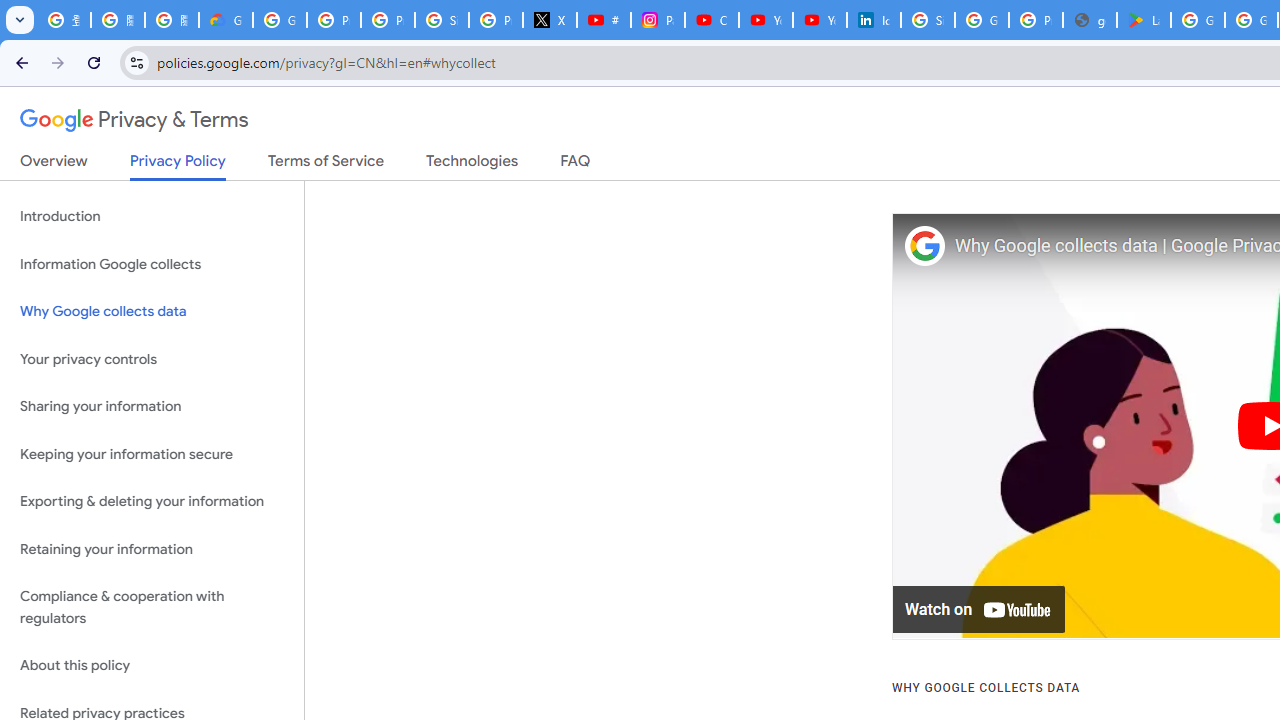 The width and height of the screenshot is (1280, 720). Describe the element at coordinates (471, 164) in the screenshot. I see `'Technologies'` at that location.